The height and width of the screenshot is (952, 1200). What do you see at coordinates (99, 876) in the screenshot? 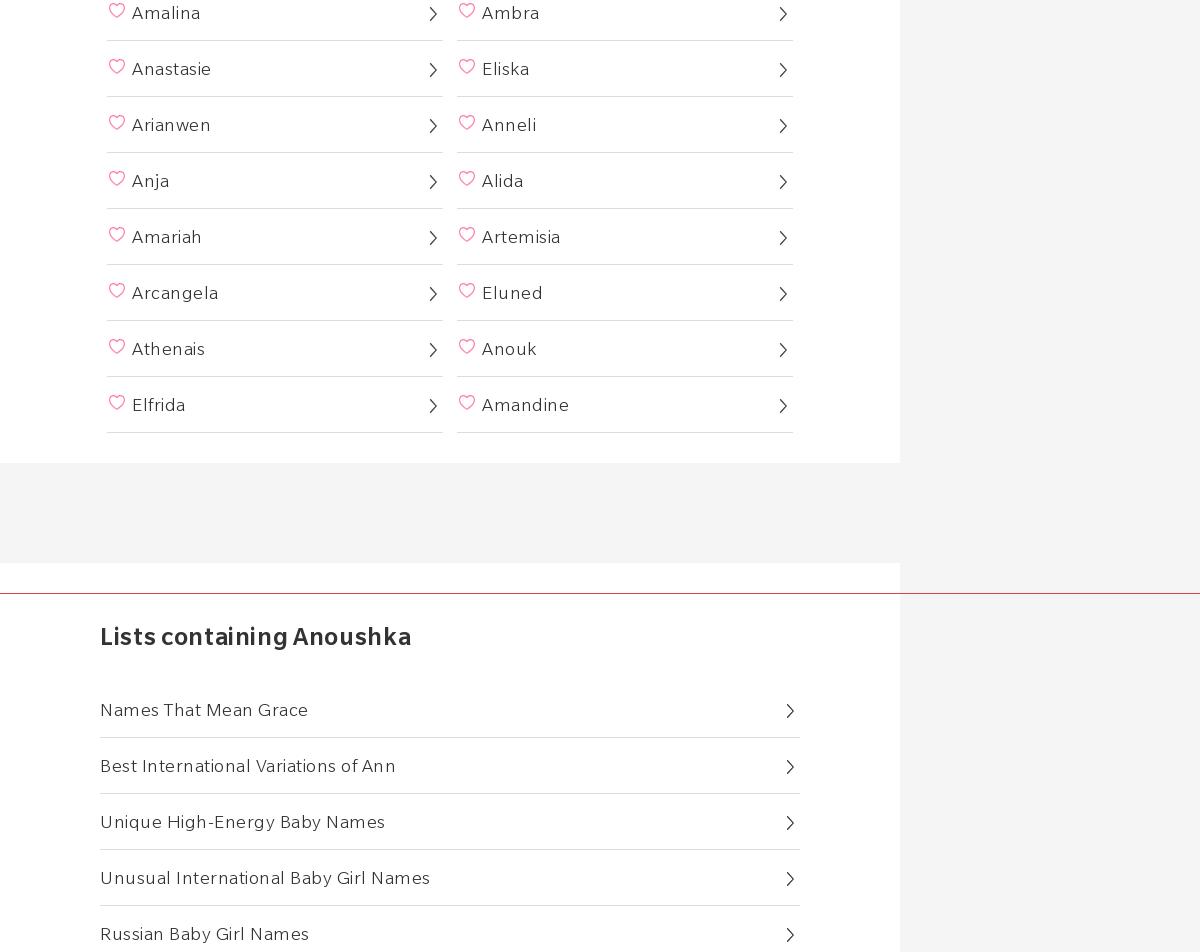
I see `'Unusual International Baby Girl Names'` at bounding box center [99, 876].